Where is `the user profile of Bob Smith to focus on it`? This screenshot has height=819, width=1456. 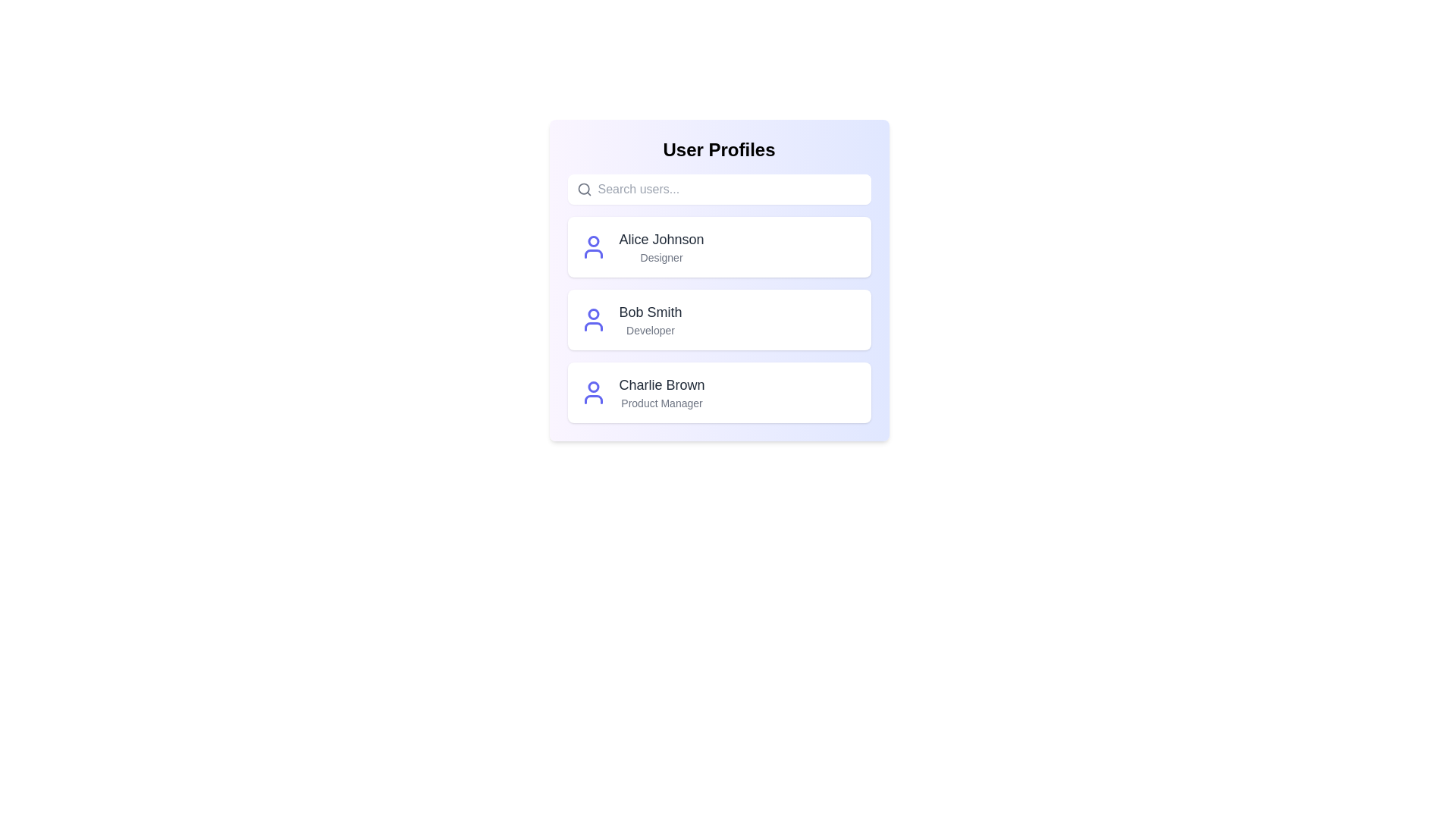
the user profile of Bob Smith to focus on it is located at coordinates (718, 318).